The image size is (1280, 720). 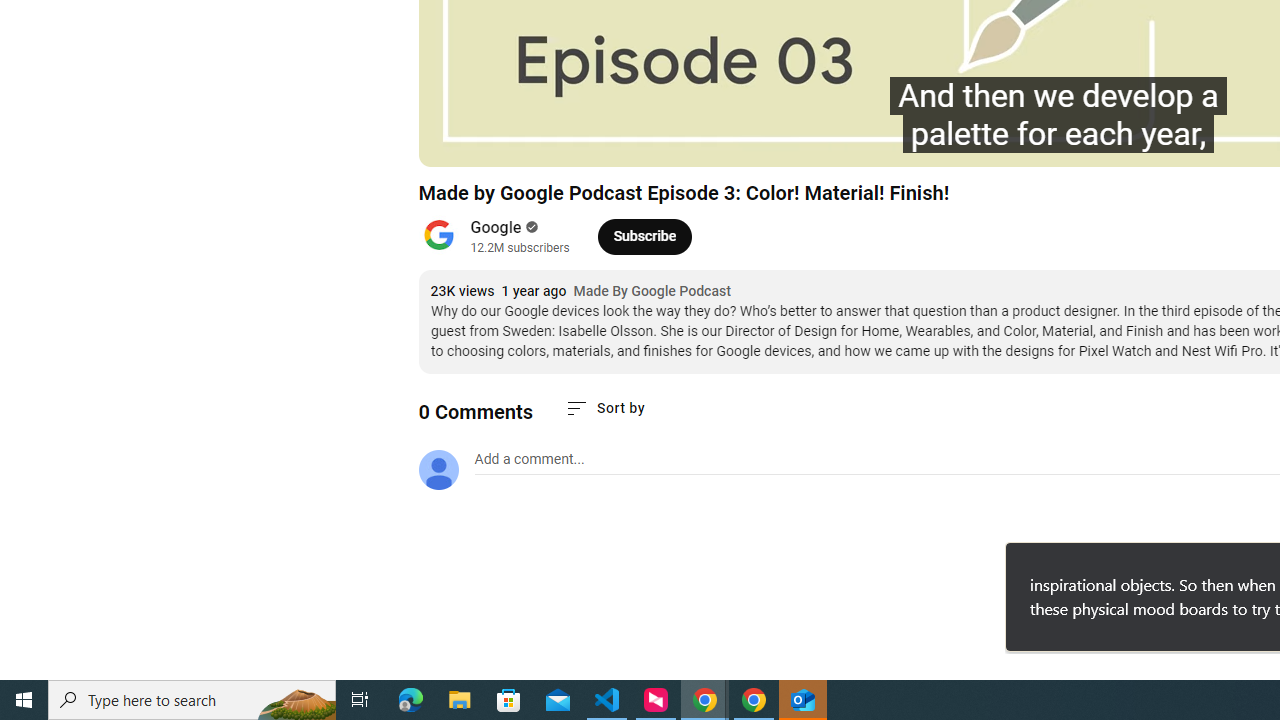 I want to click on 'Made By Google Podcast', so click(x=652, y=291).